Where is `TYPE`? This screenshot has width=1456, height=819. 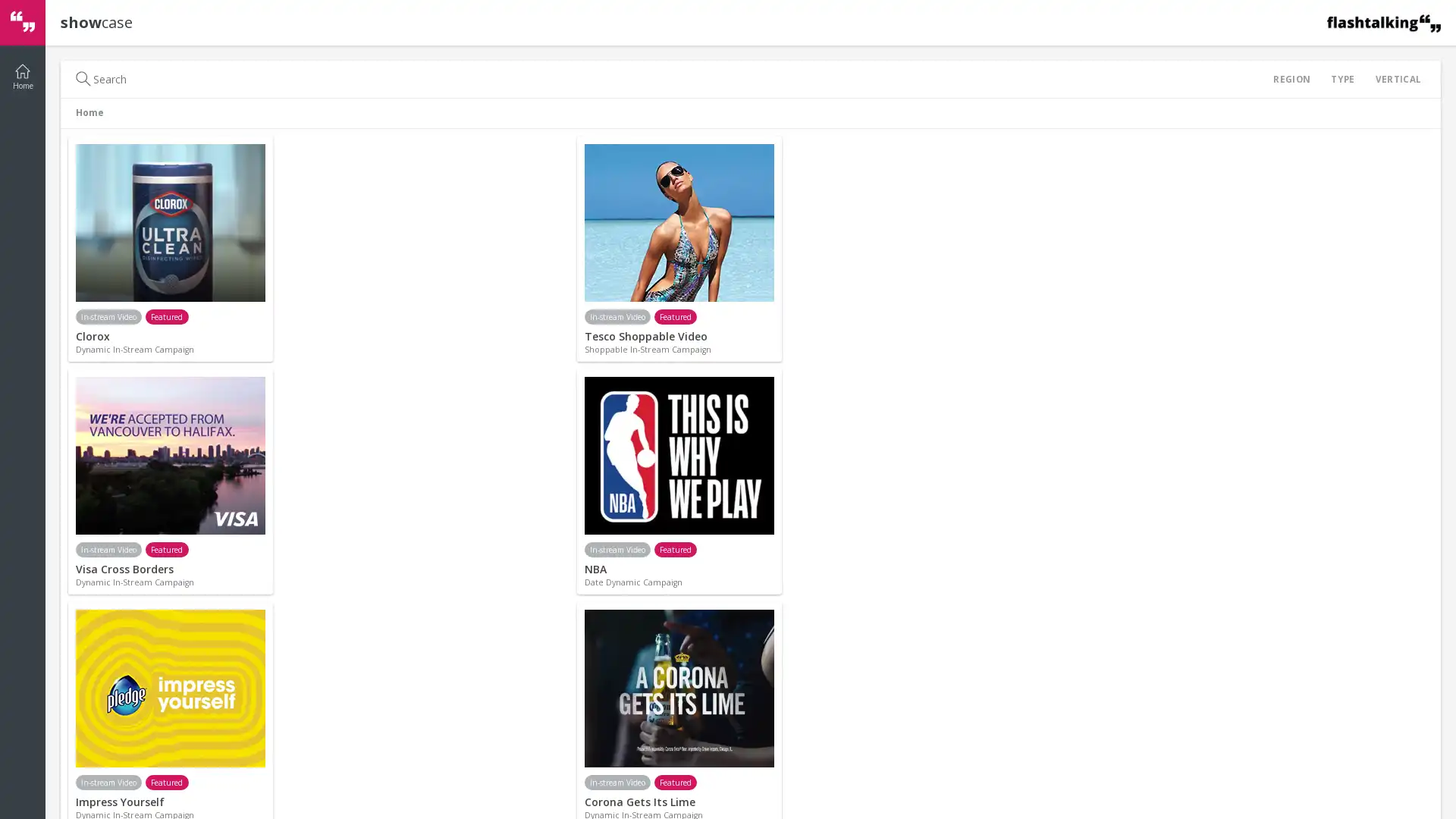
TYPE is located at coordinates (1342, 79).